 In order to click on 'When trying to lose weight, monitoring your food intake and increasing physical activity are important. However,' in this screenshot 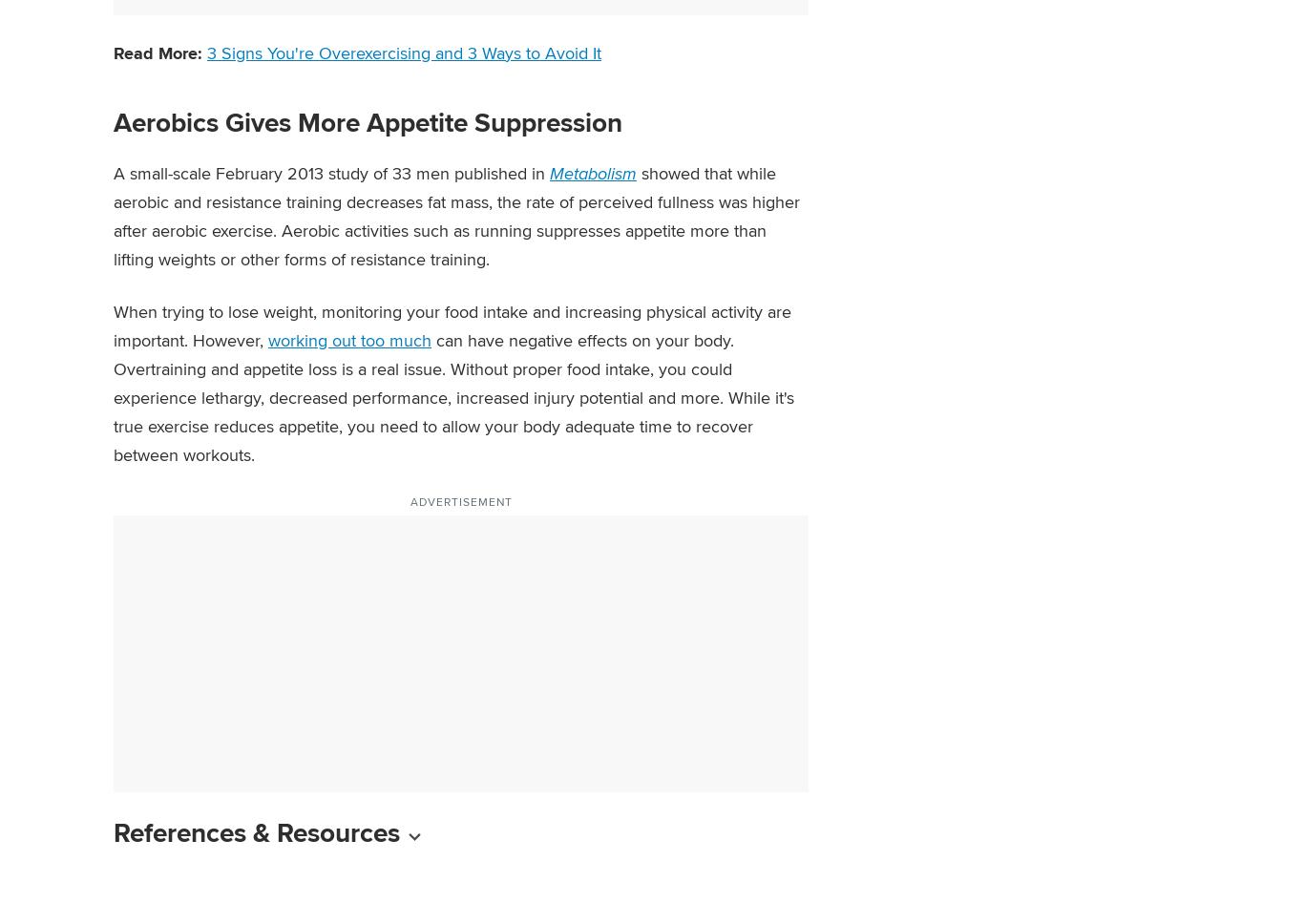, I will do `click(452, 325)`.